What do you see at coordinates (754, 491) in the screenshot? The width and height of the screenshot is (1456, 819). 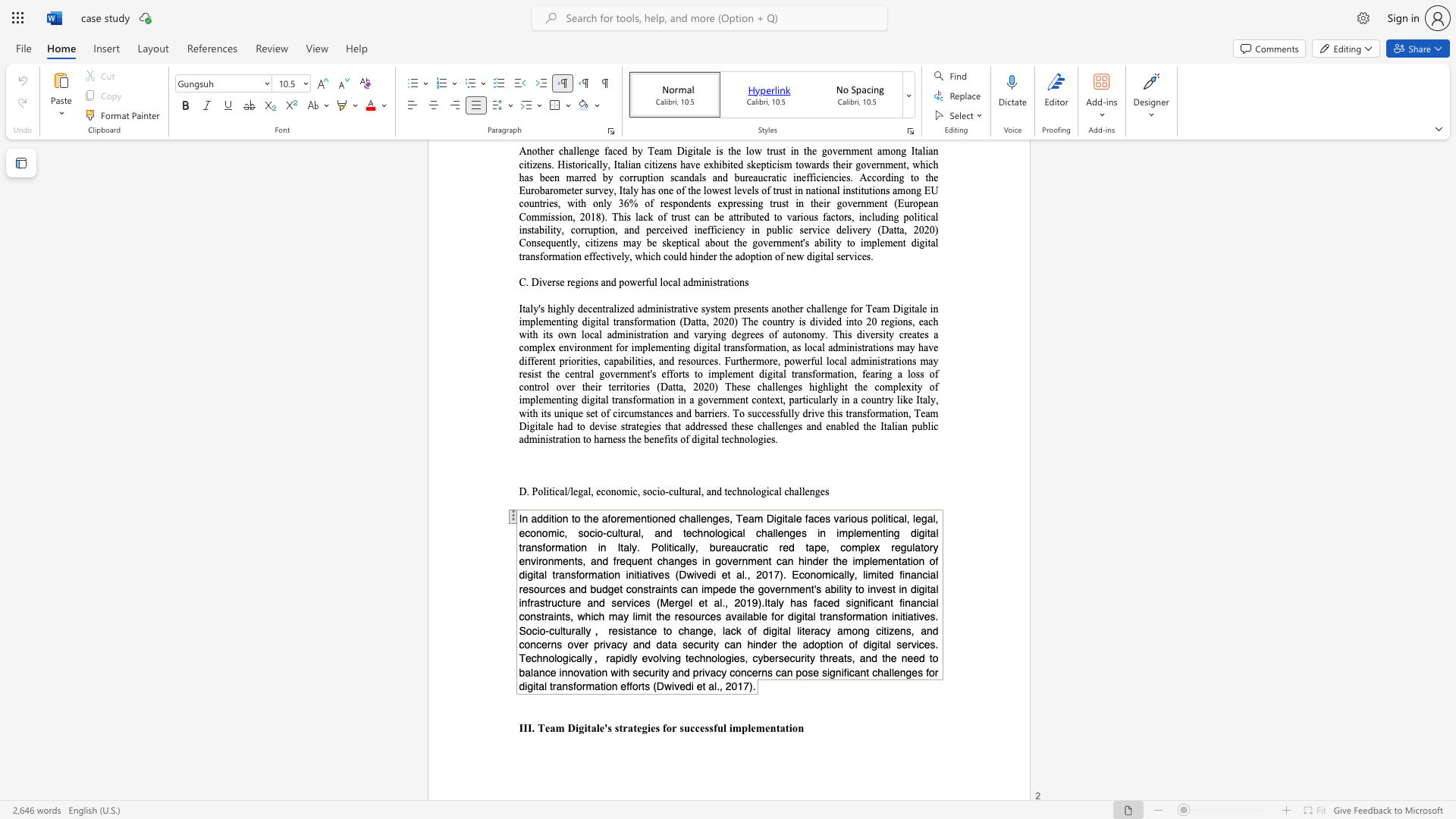 I see `the 7th character "l" in the text` at bounding box center [754, 491].